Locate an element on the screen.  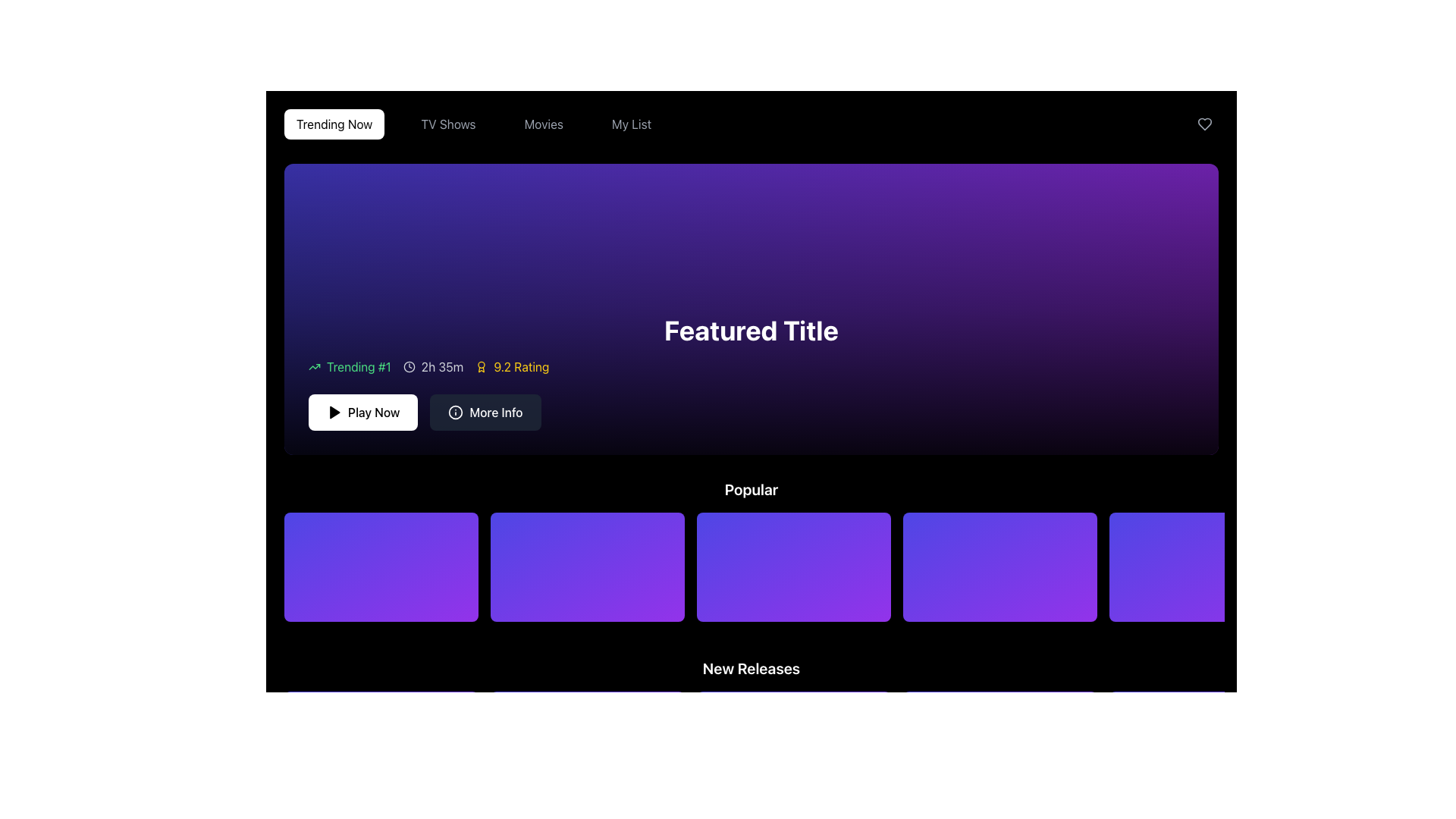
the yellow award or badge icon located to the left of the text '9.2 Rating' is located at coordinates (481, 366).